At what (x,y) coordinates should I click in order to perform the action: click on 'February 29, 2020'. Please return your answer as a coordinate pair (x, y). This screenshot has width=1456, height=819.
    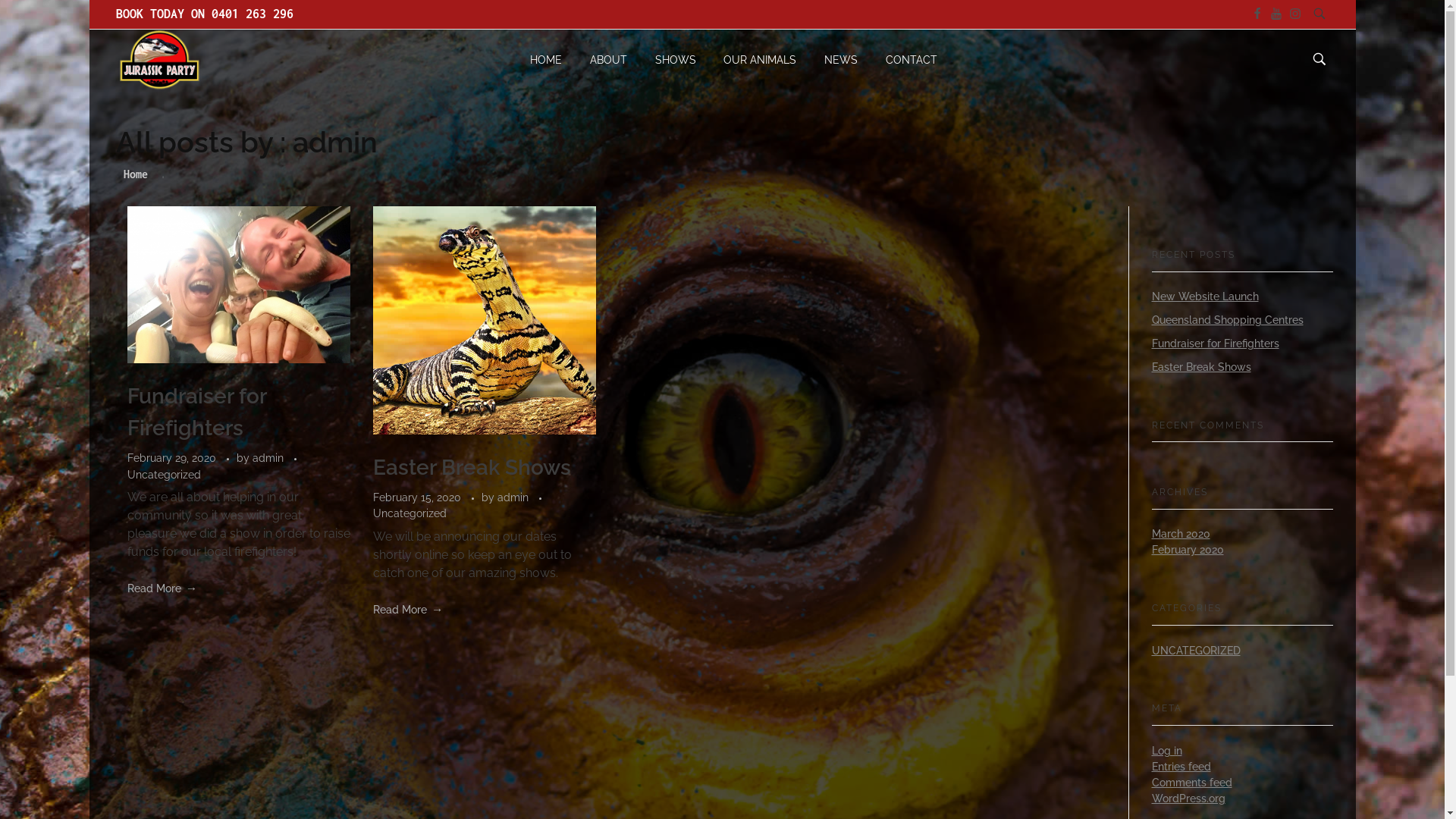
    Looking at the image, I should click on (127, 457).